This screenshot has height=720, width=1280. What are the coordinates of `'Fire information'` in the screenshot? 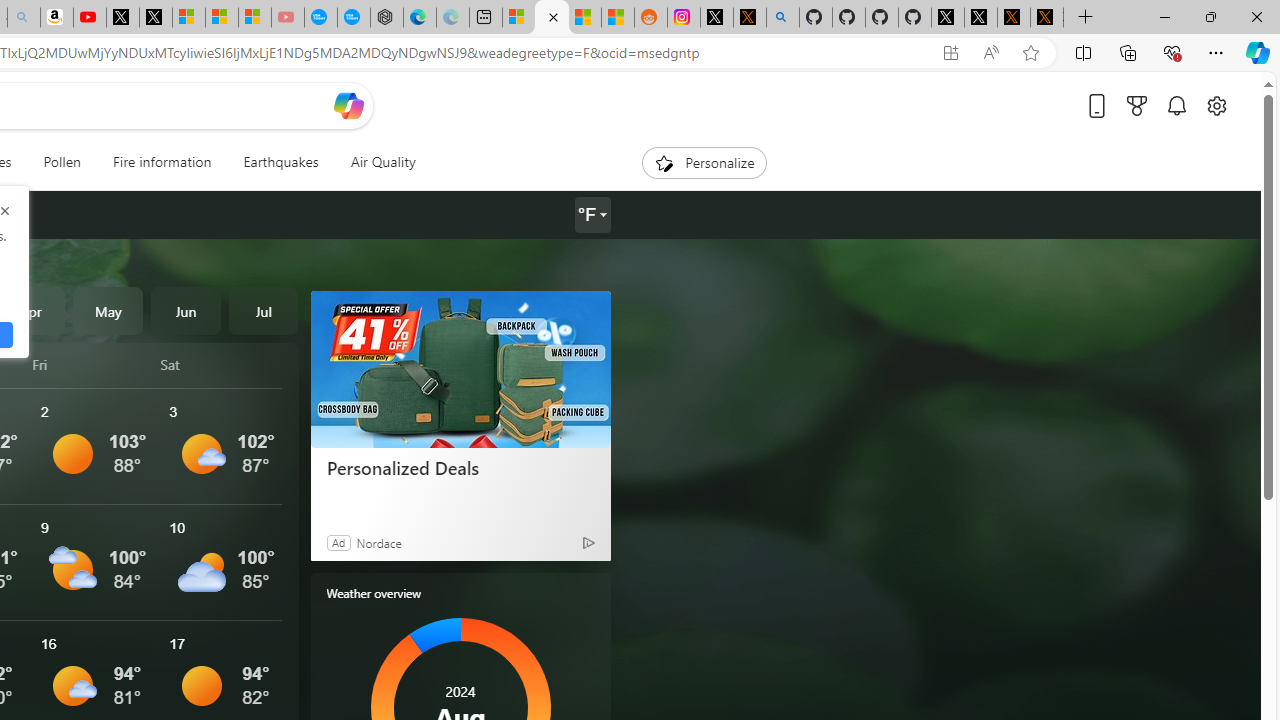 It's located at (161, 162).